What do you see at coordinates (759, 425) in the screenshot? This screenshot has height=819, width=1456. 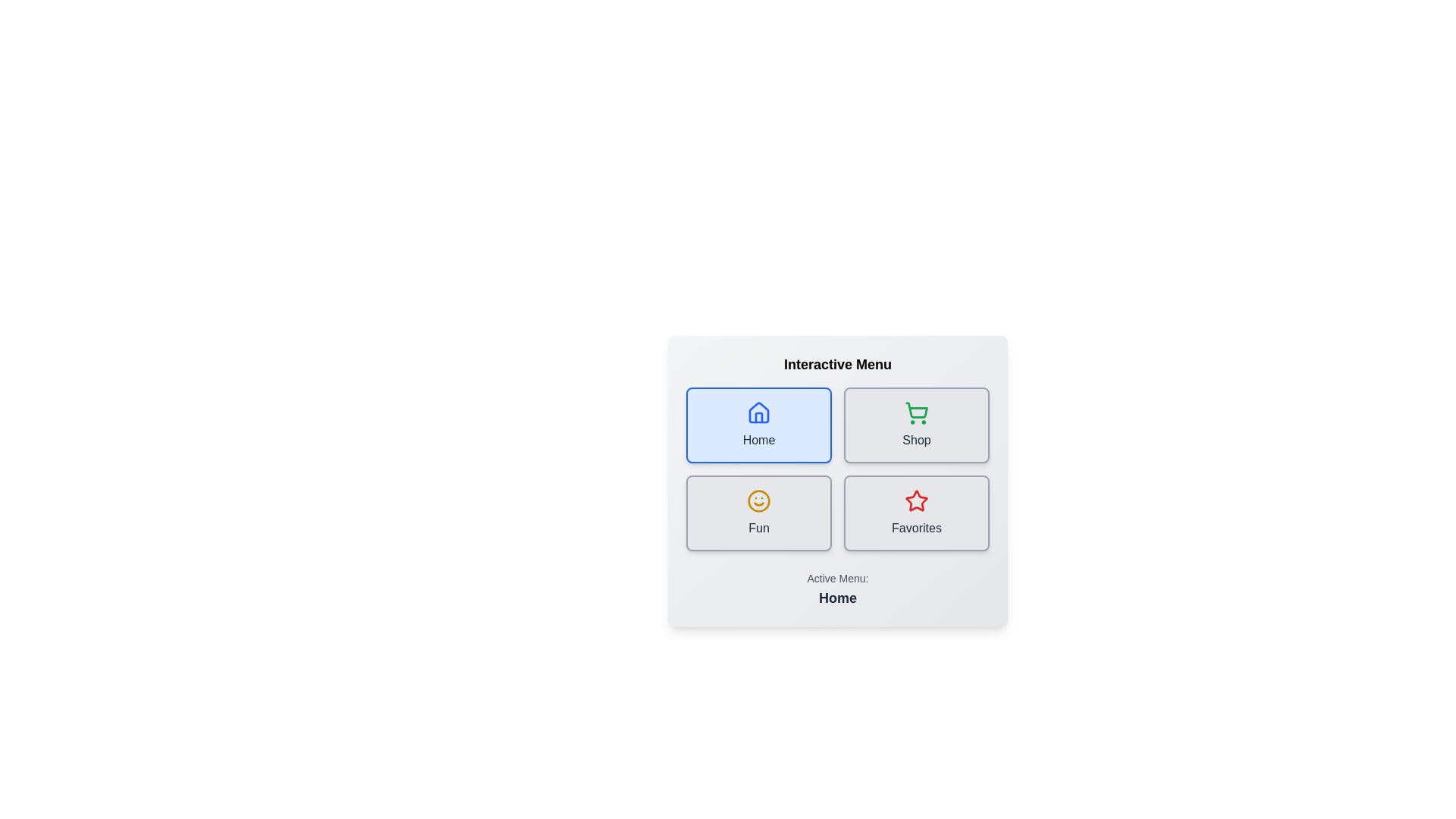 I see `the button labeled Home to observe the hover effect` at bounding box center [759, 425].